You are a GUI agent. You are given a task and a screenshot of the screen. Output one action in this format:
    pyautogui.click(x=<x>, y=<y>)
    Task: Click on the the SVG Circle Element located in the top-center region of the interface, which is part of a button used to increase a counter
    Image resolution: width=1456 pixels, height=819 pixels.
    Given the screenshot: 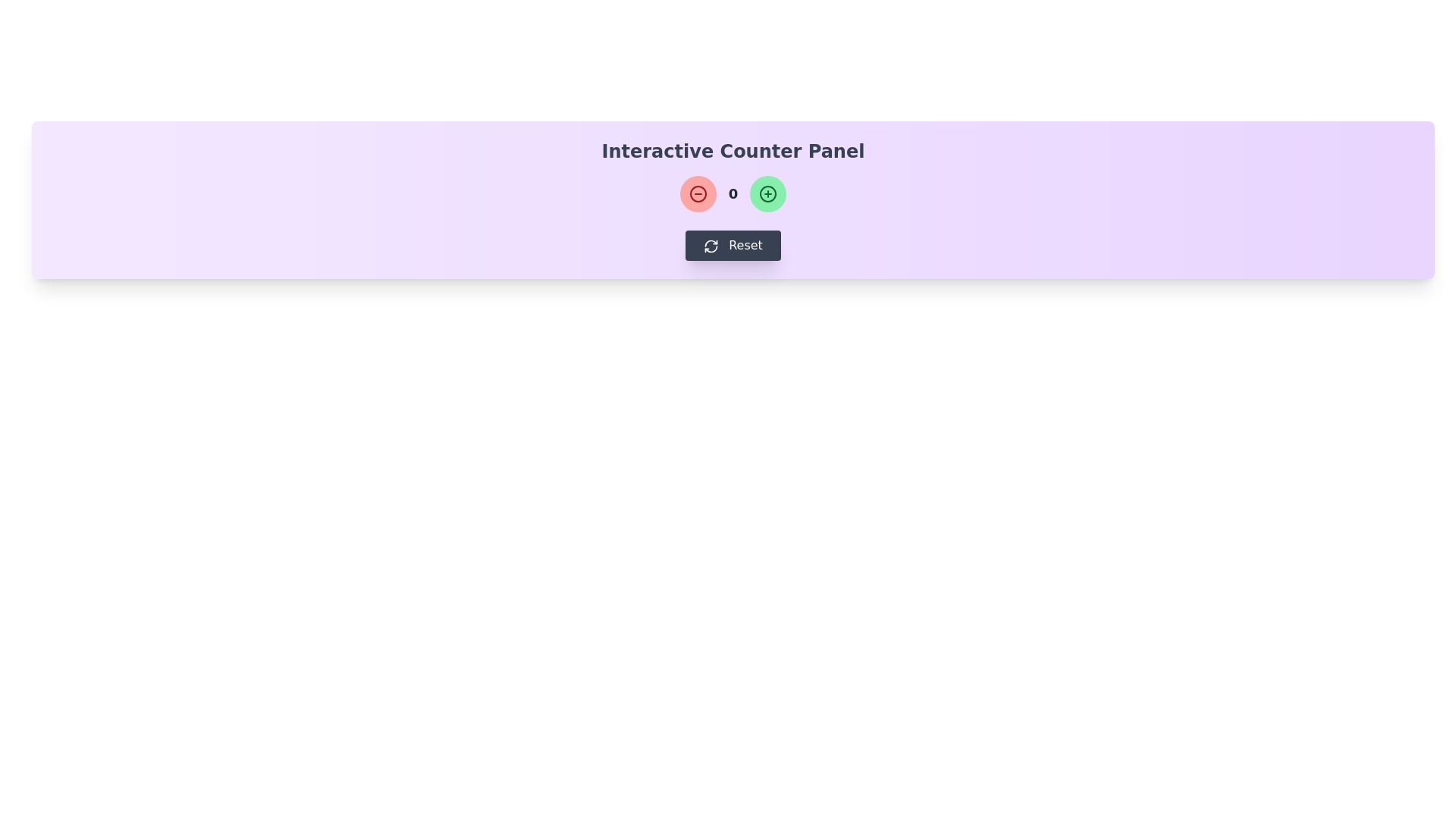 What is the action you would take?
    pyautogui.click(x=768, y=193)
    